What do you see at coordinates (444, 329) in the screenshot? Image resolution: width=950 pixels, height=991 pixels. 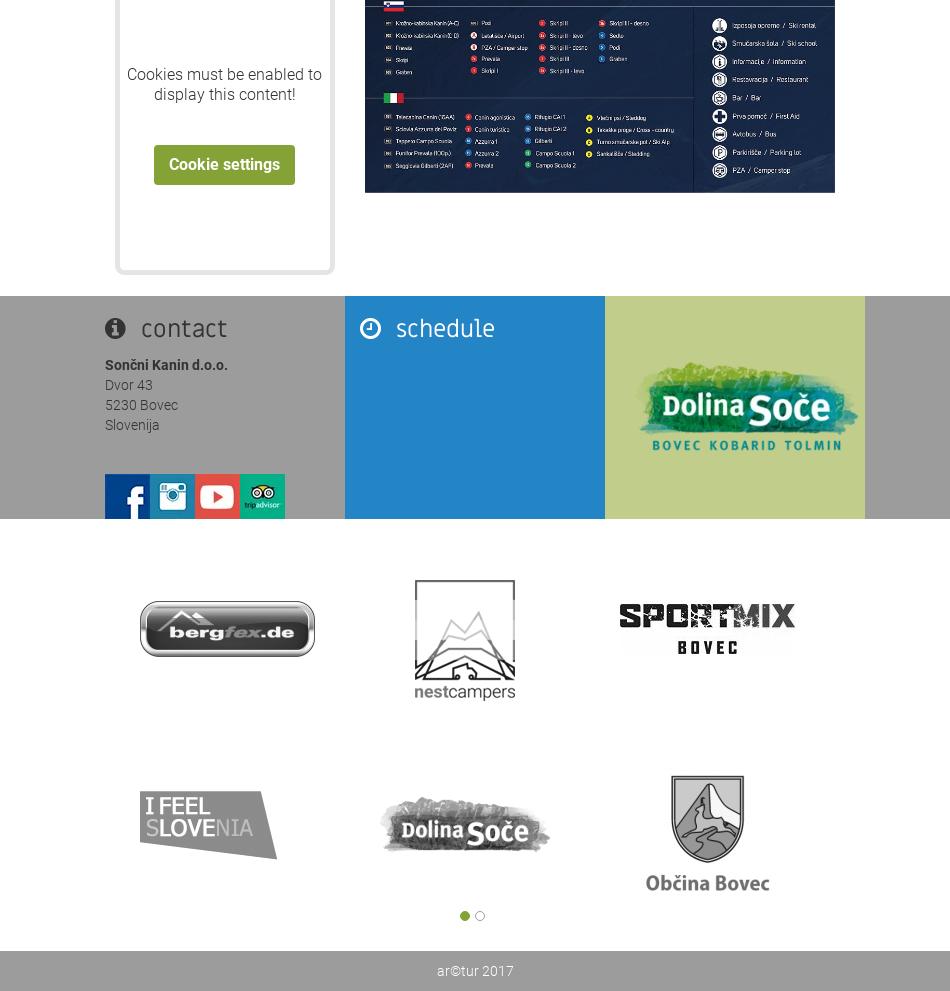 I see `'schedule'` at bounding box center [444, 329].